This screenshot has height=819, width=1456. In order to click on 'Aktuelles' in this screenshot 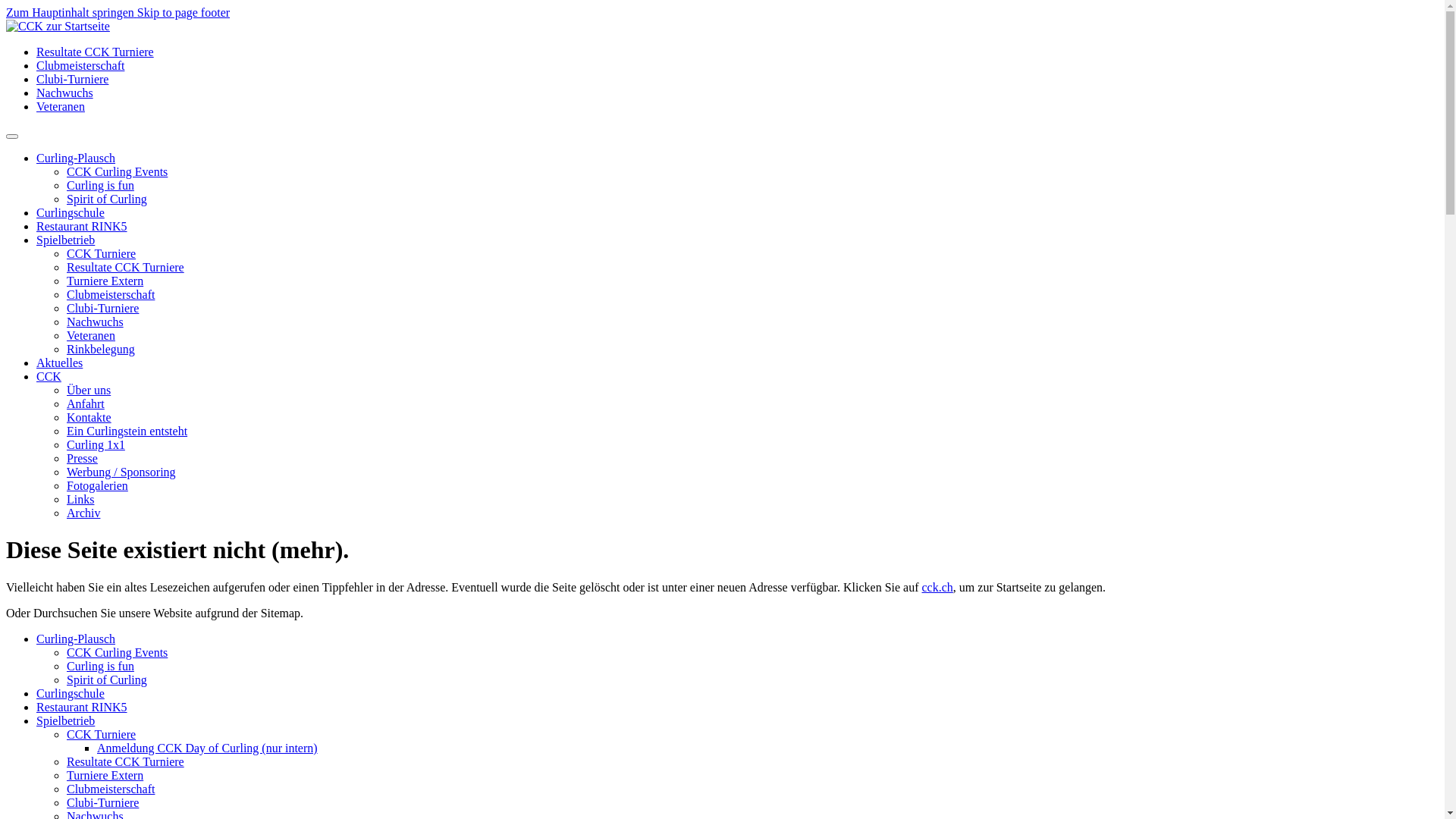, I will do `click(59, 362)`.